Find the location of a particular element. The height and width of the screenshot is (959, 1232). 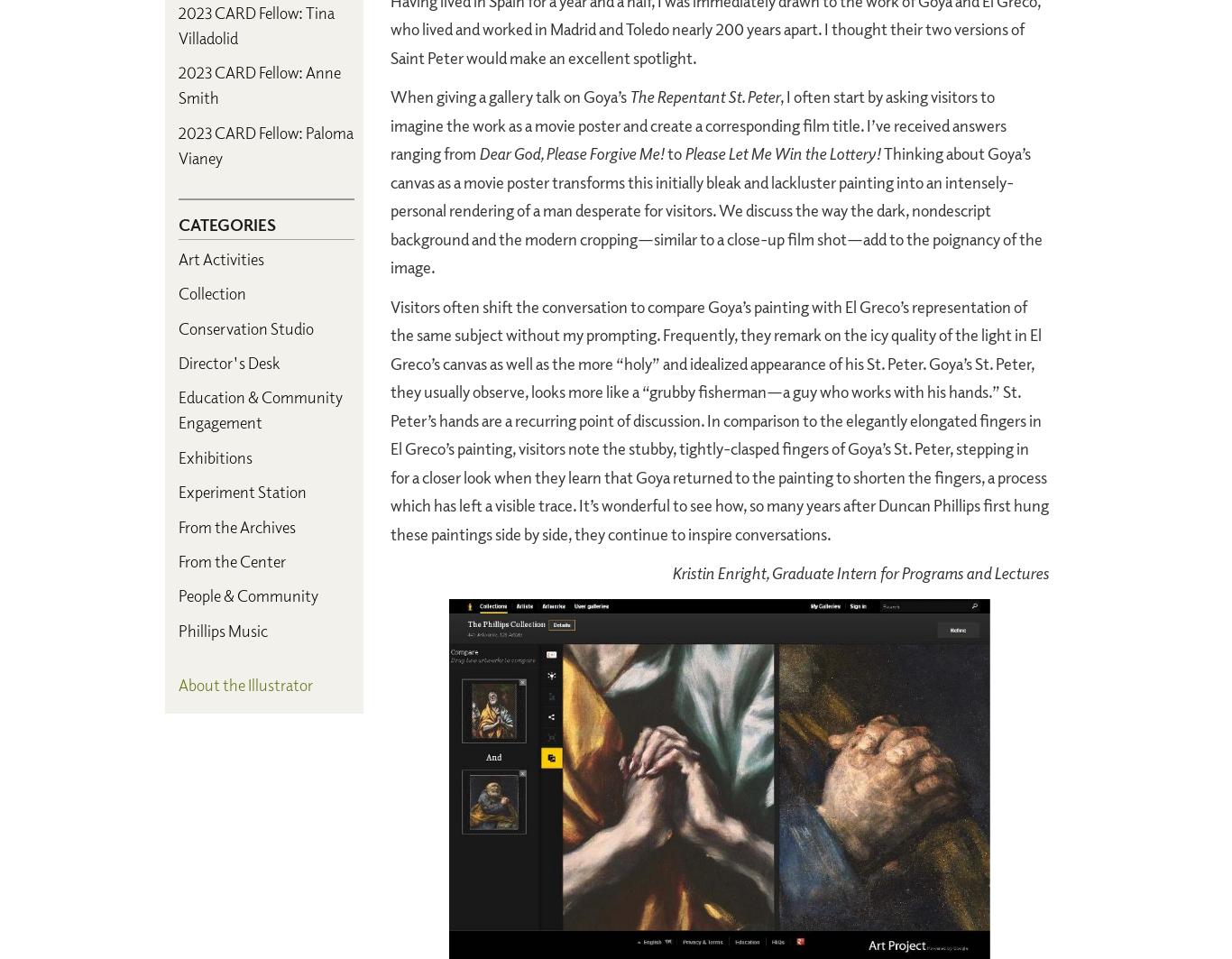

'About the Illustrator' is located at coordinates (245, 683).